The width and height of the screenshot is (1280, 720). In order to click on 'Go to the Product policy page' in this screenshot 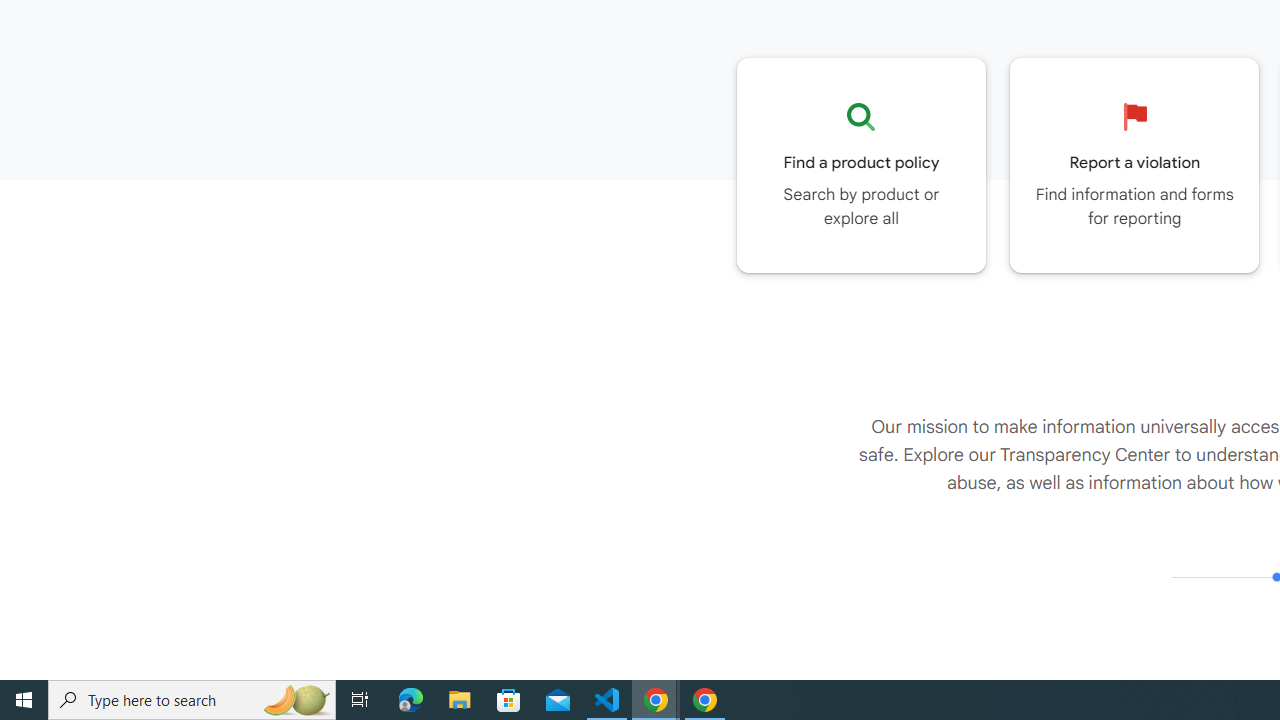, I will do `click(861, 164)`.